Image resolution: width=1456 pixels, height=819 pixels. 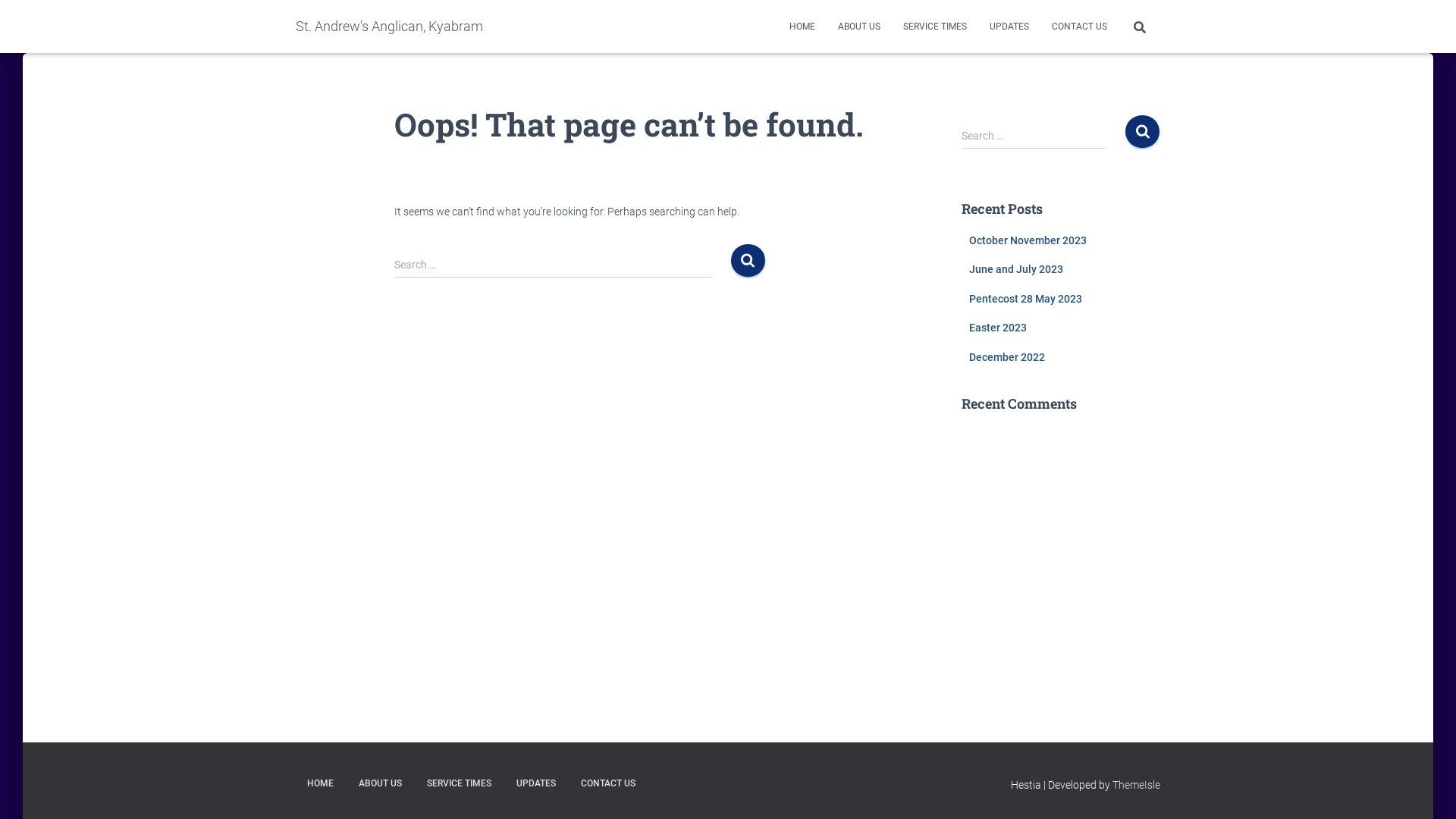 What do you see at coordinates (389, 26) in the screenshot?
I see `'St. Andrew's Anglican, Kyabram'` at bounding box center [389, 26].